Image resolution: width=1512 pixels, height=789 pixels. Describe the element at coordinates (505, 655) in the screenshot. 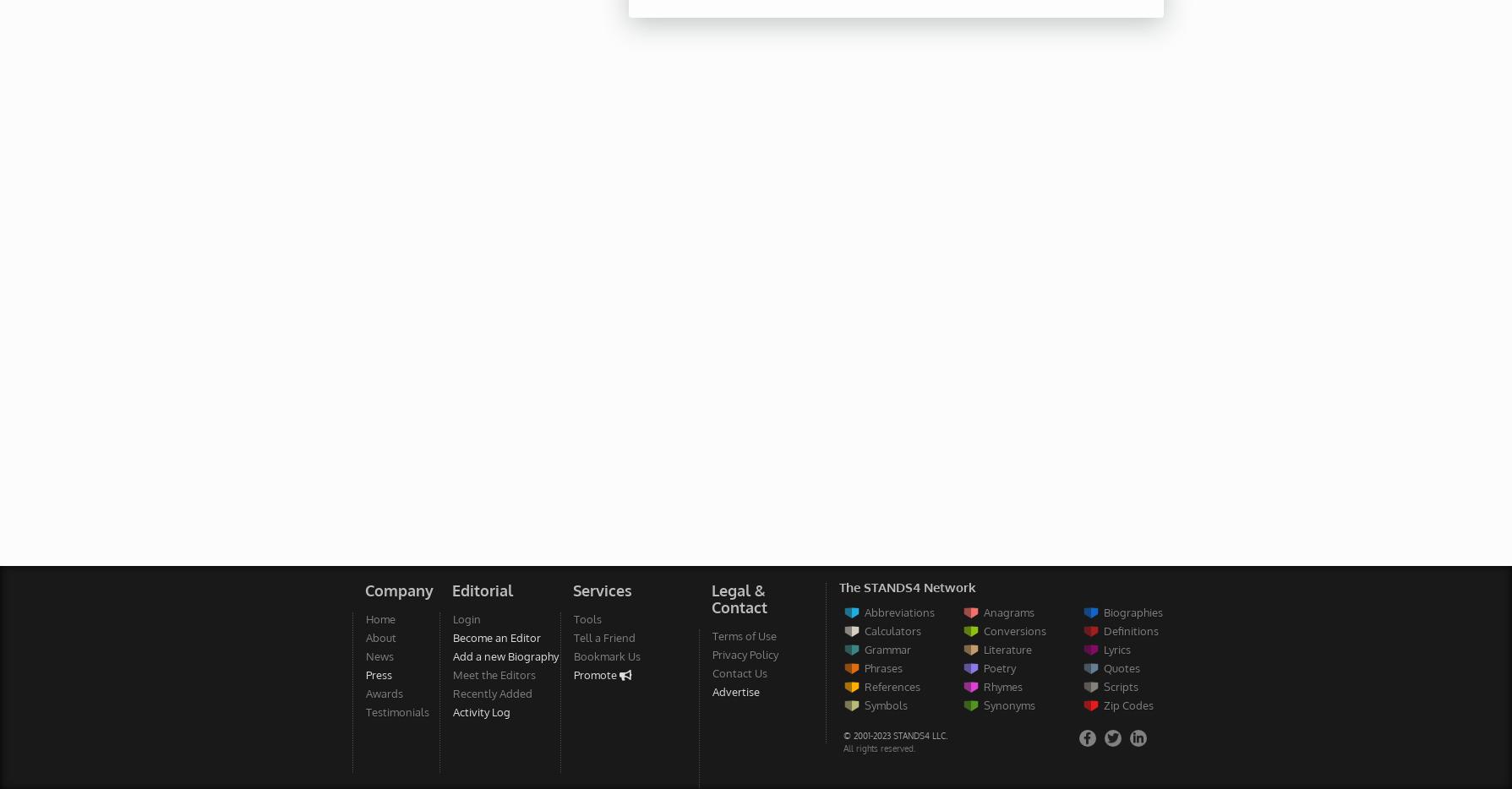

I see `'Add a new Biography'` at that location.